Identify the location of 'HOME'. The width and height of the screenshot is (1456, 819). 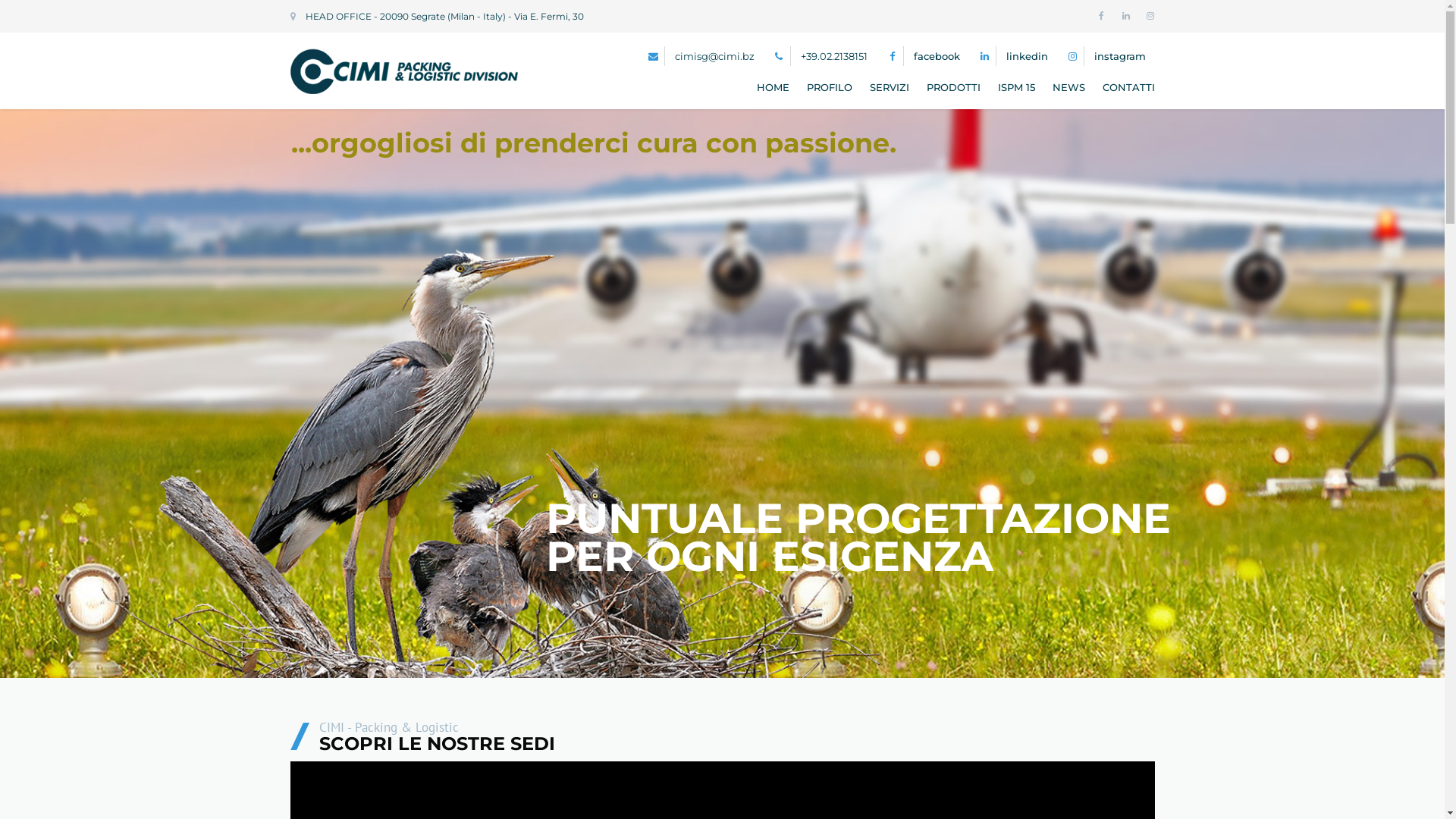
(773, 87).